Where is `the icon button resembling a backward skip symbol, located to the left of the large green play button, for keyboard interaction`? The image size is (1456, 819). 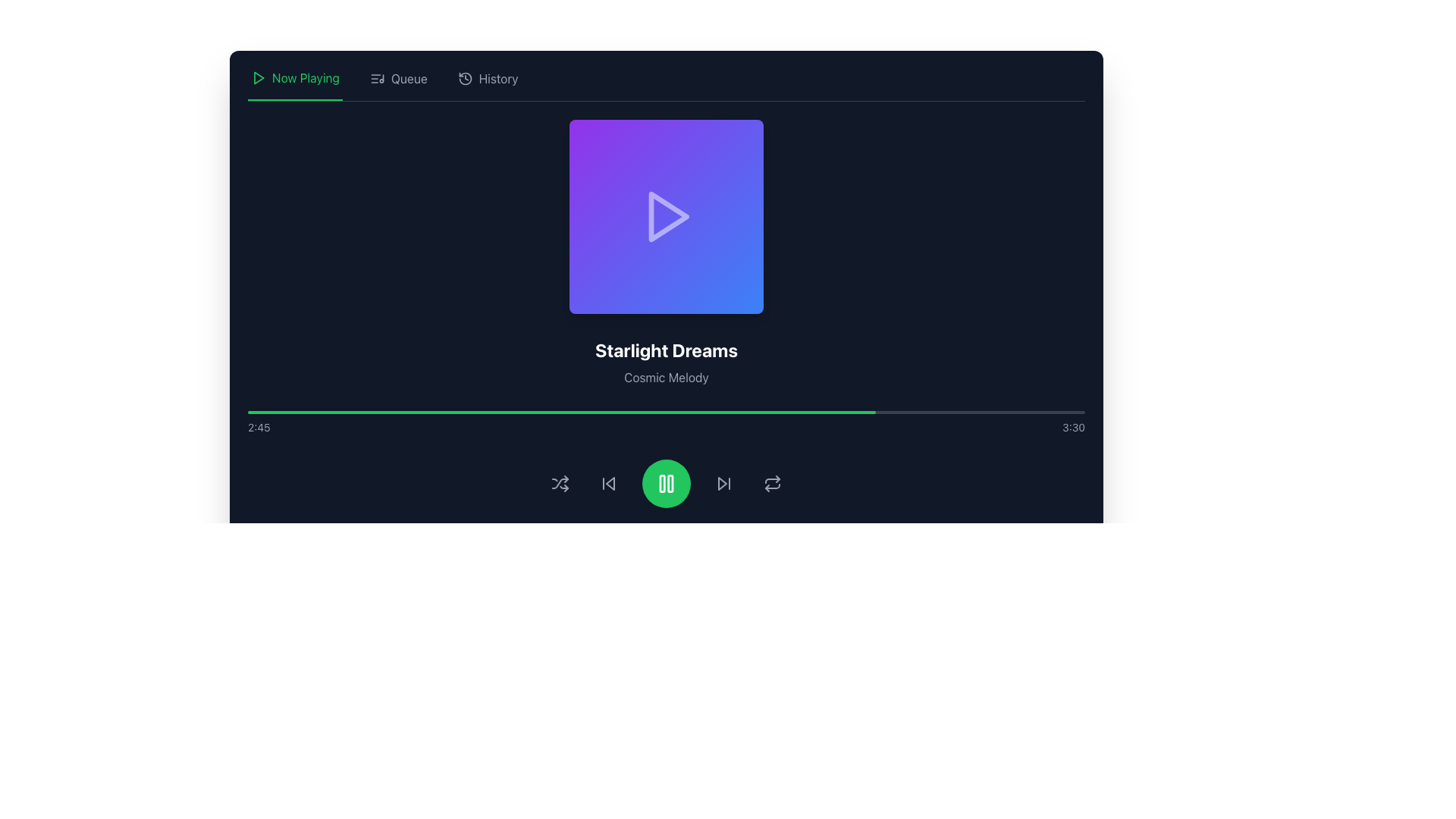 the icon button resembling a backward skip symbol, located to the left of the large green play button, for keyboard interaction is located at coordinates (608, 483).